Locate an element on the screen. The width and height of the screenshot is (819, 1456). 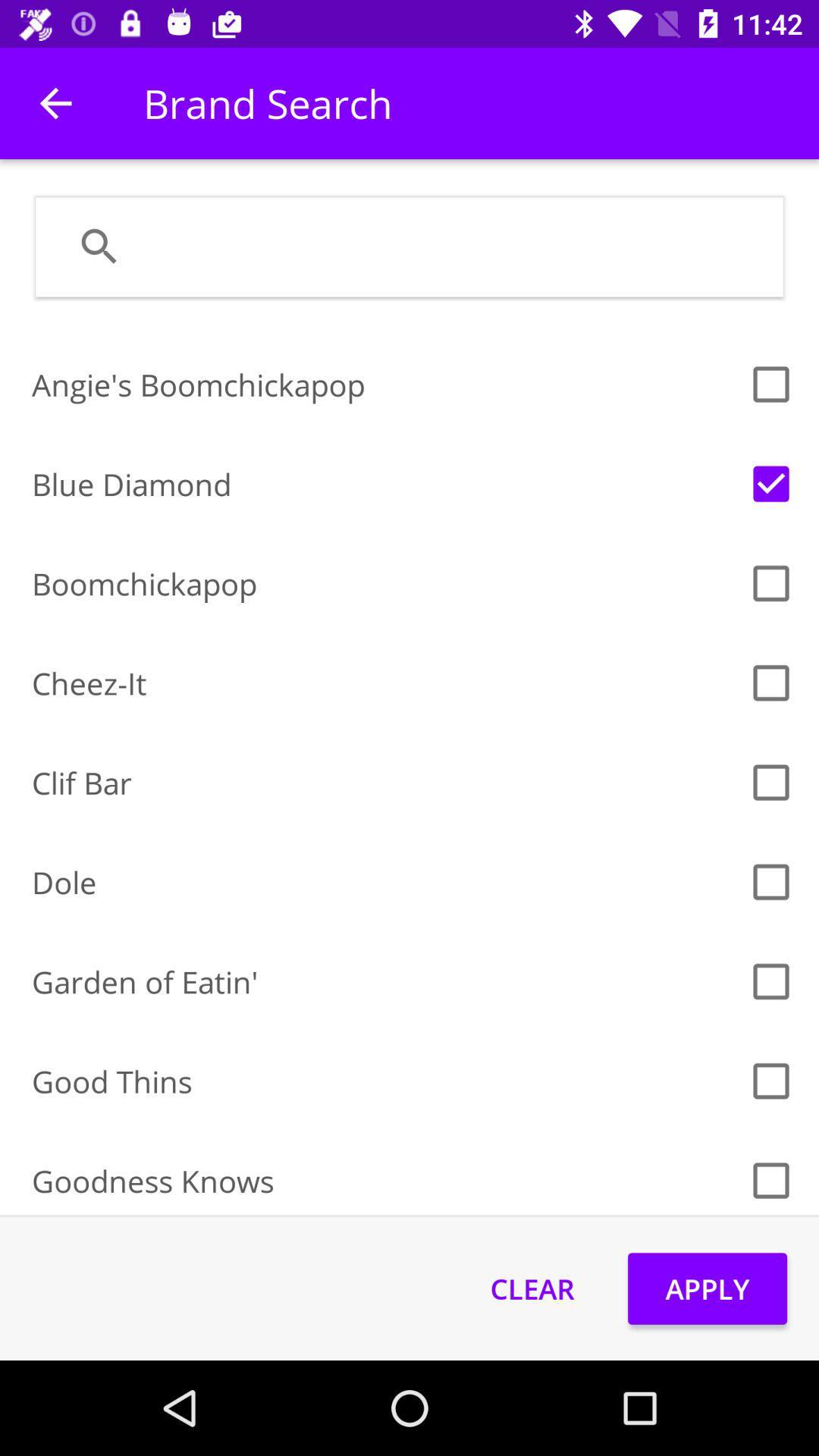
search function bar is located at coordinates (448, 246).